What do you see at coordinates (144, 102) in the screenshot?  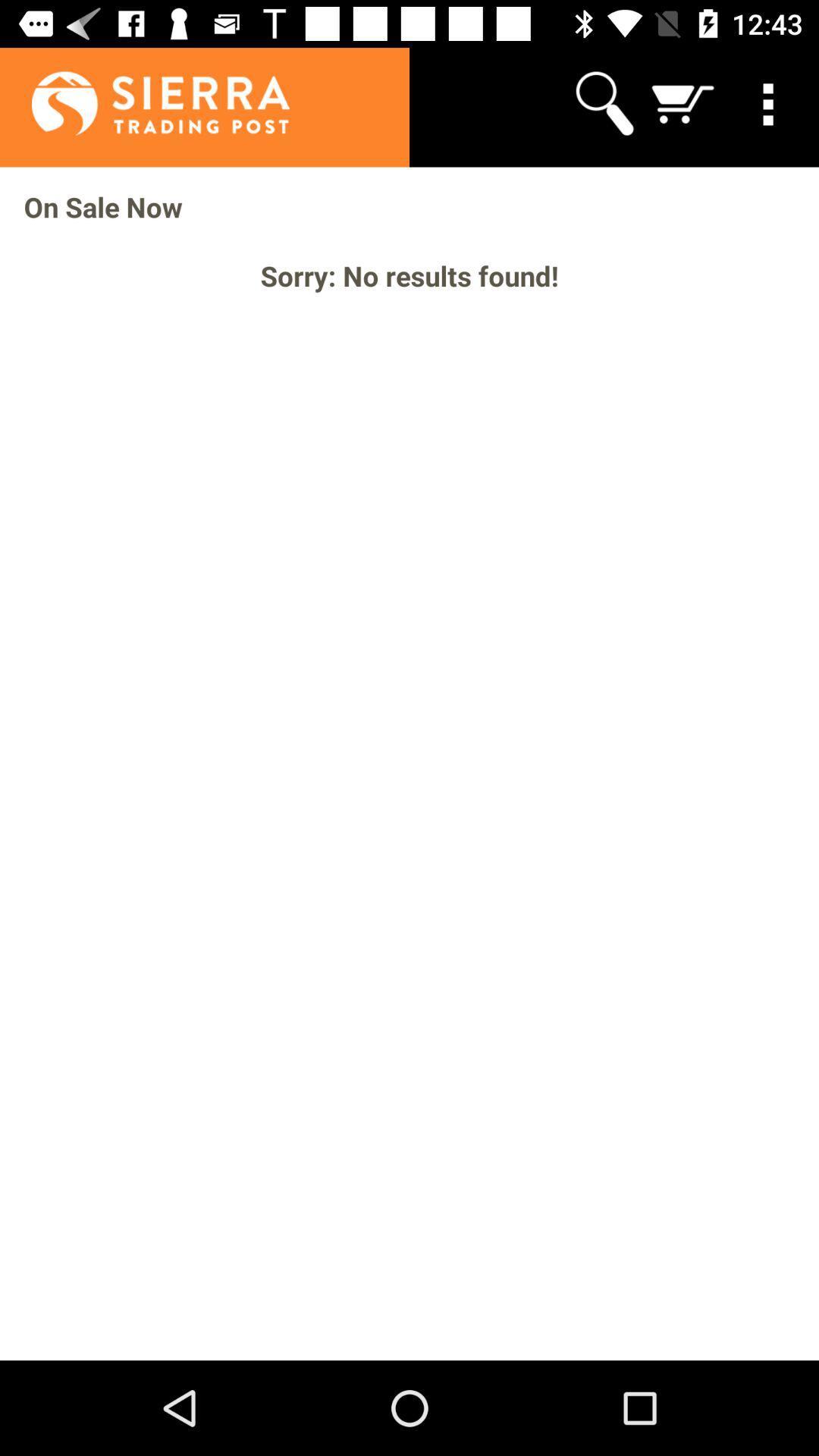 I see `the icon at the top left corner` at bounding box center [144, 102].